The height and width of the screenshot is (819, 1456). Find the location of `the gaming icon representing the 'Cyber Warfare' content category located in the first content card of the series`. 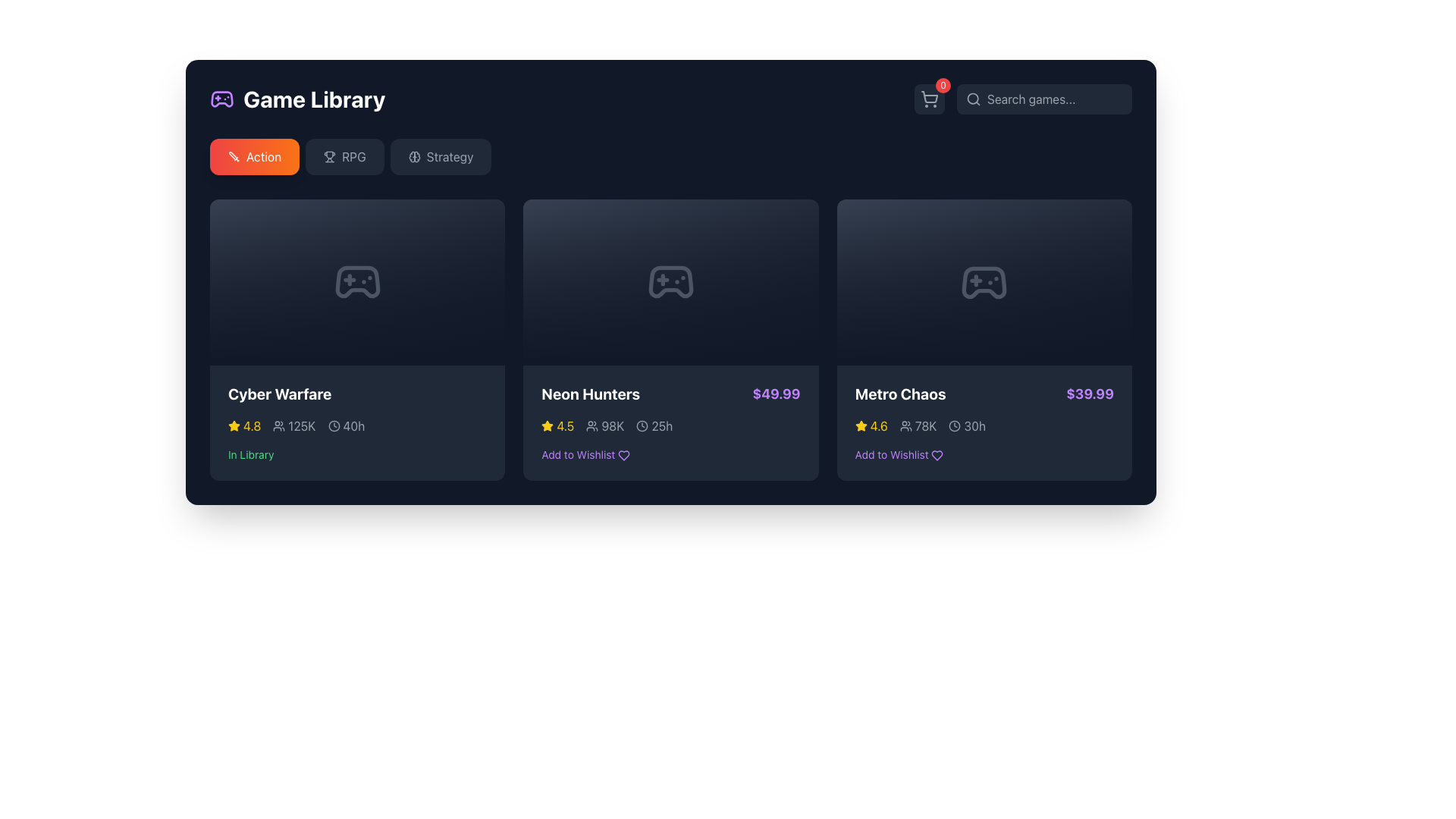

the gaming icon representing the 'Cyber Warfare' content category located in the first content card of the series is located at coordinates (356, 282).